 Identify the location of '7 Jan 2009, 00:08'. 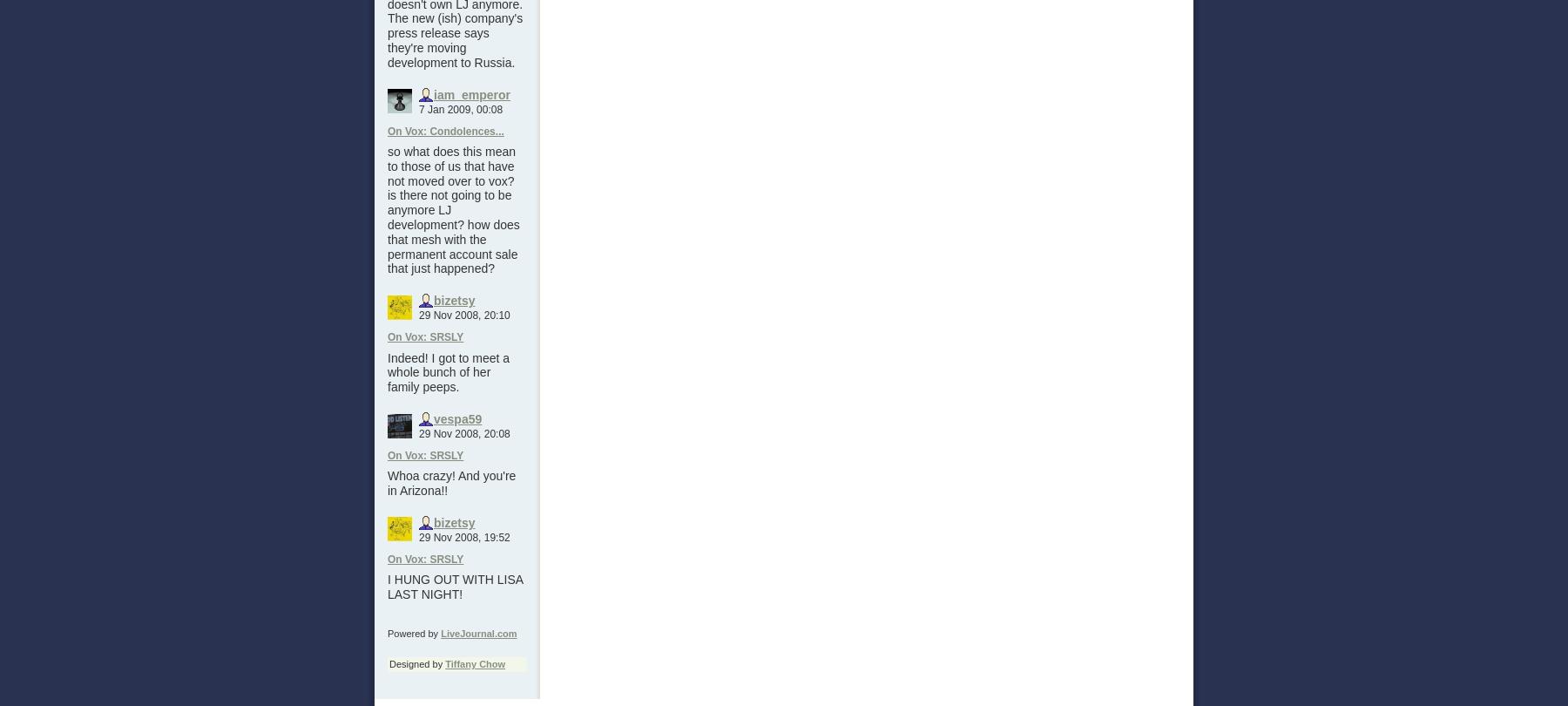
(460, 108).